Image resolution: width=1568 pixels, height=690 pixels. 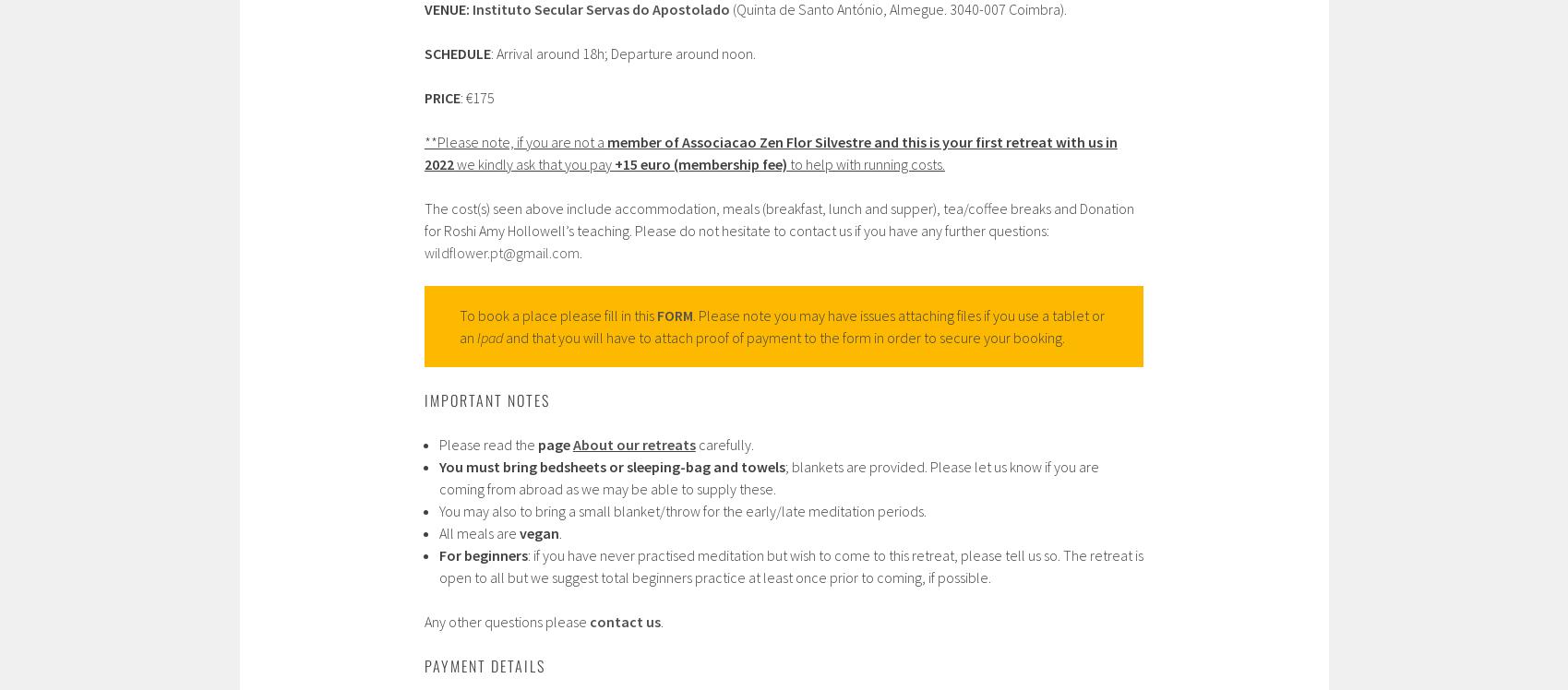 I want to click on 'page', so click(x=537, y=443).